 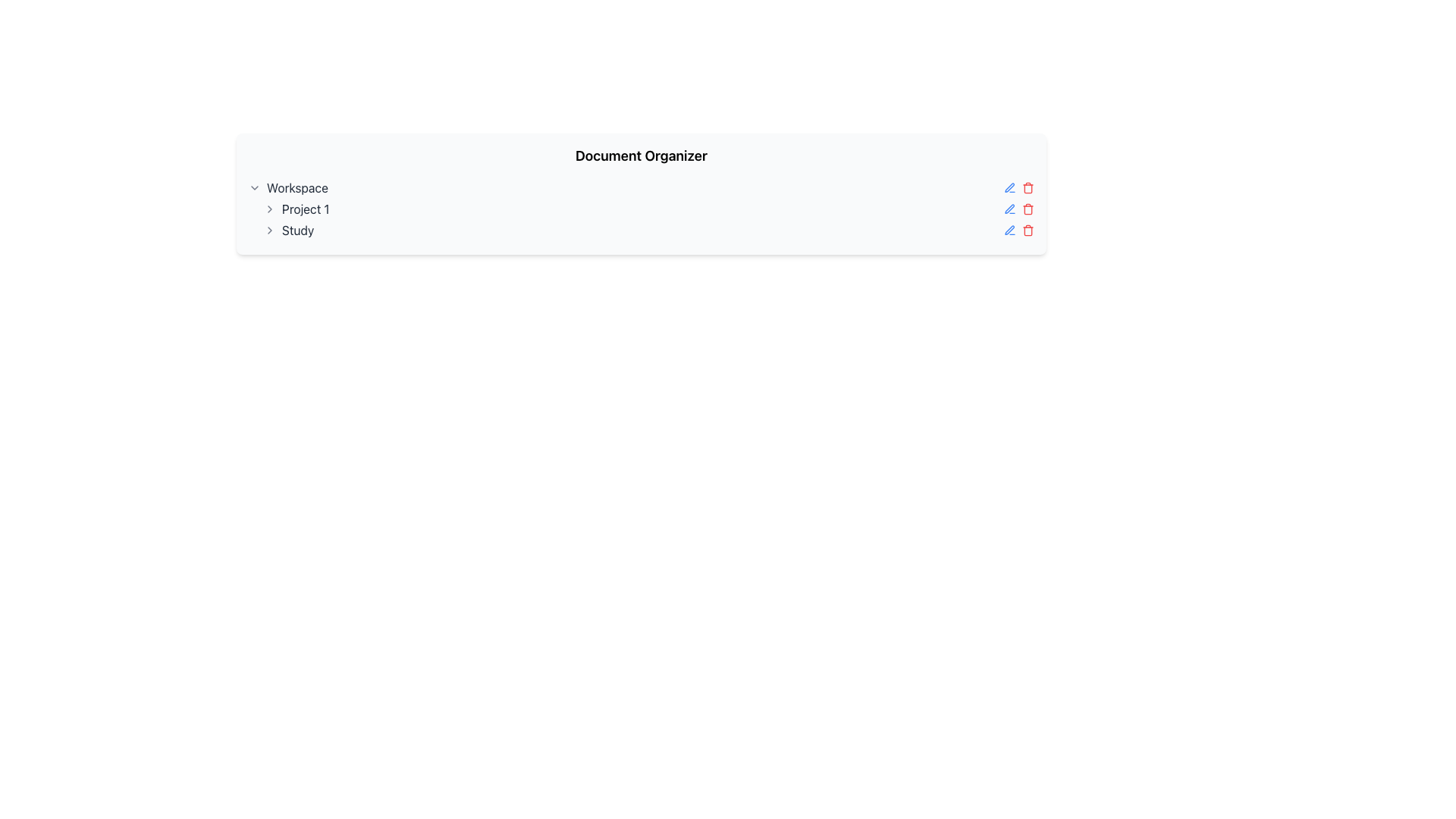 What do you see at coordinates (1028, 187) in the screenshot?
I see `the red outlined trash icon` at bounding box center [1028, 187].